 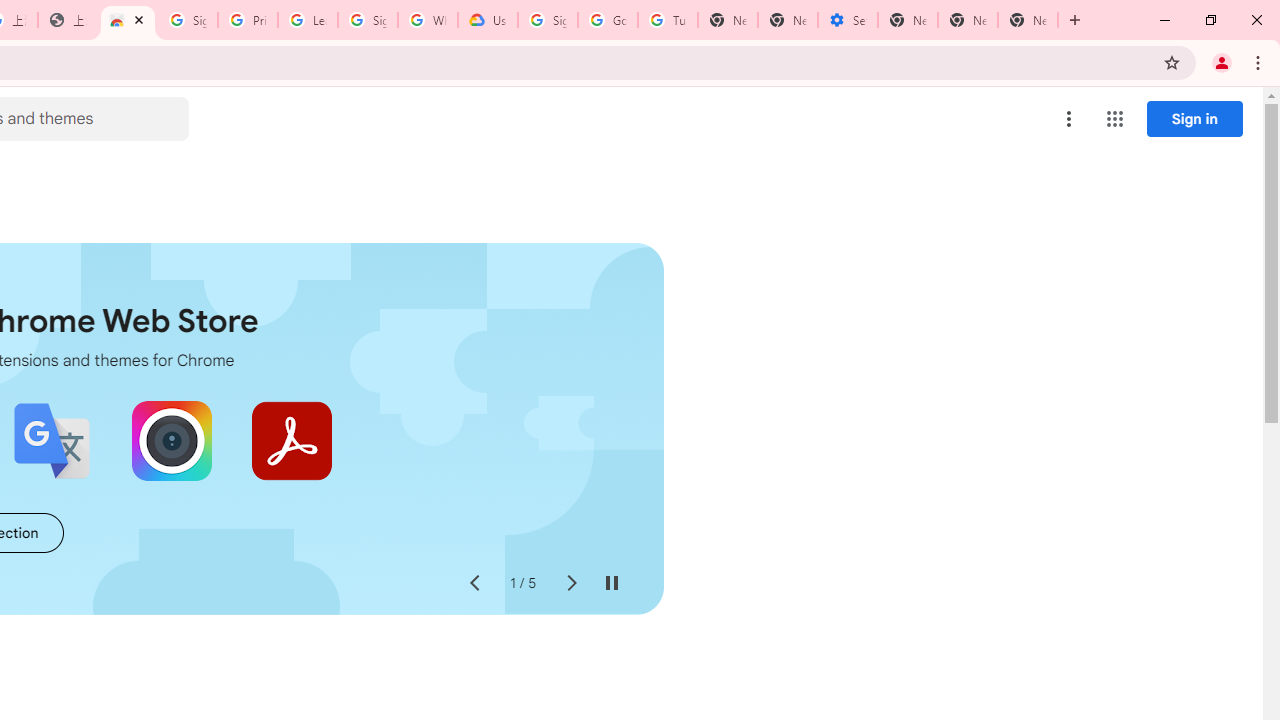 I want to click on 'Google Account Help', so click(x=607, y=20).